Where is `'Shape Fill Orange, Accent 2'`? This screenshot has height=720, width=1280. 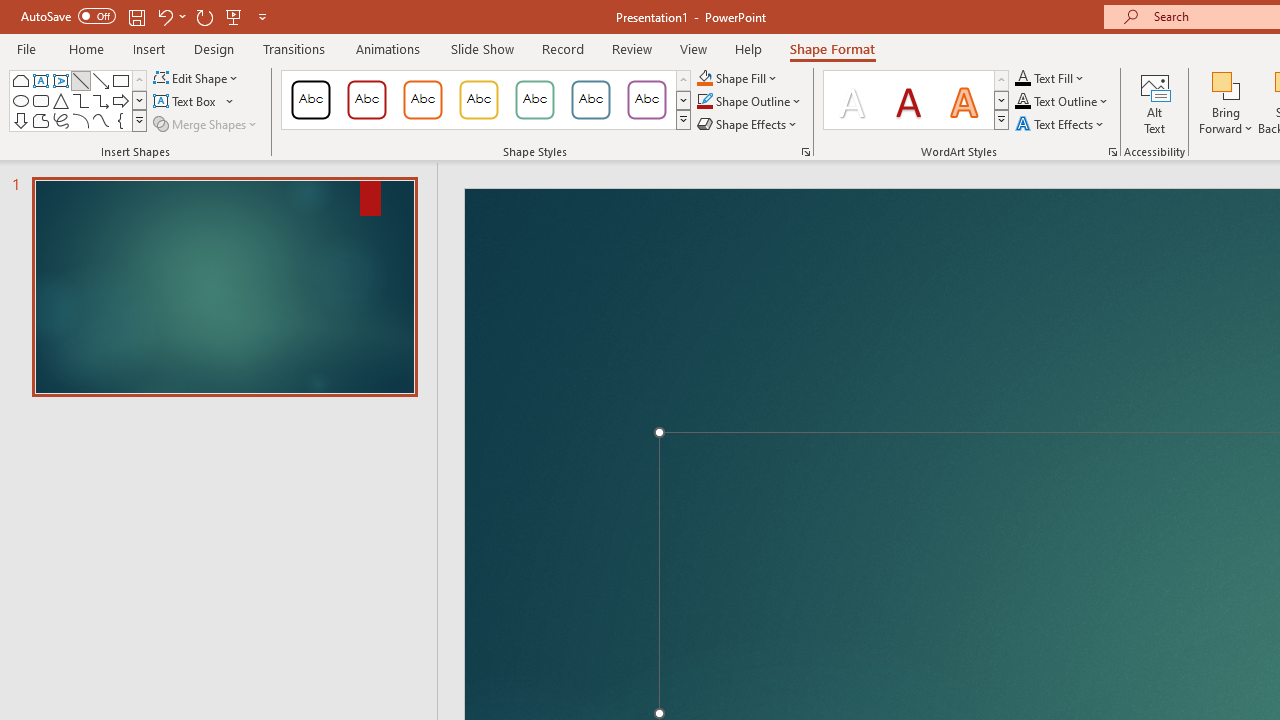
'Shape Fill Orange, Accent 2' is located at coordinates (704, 77).